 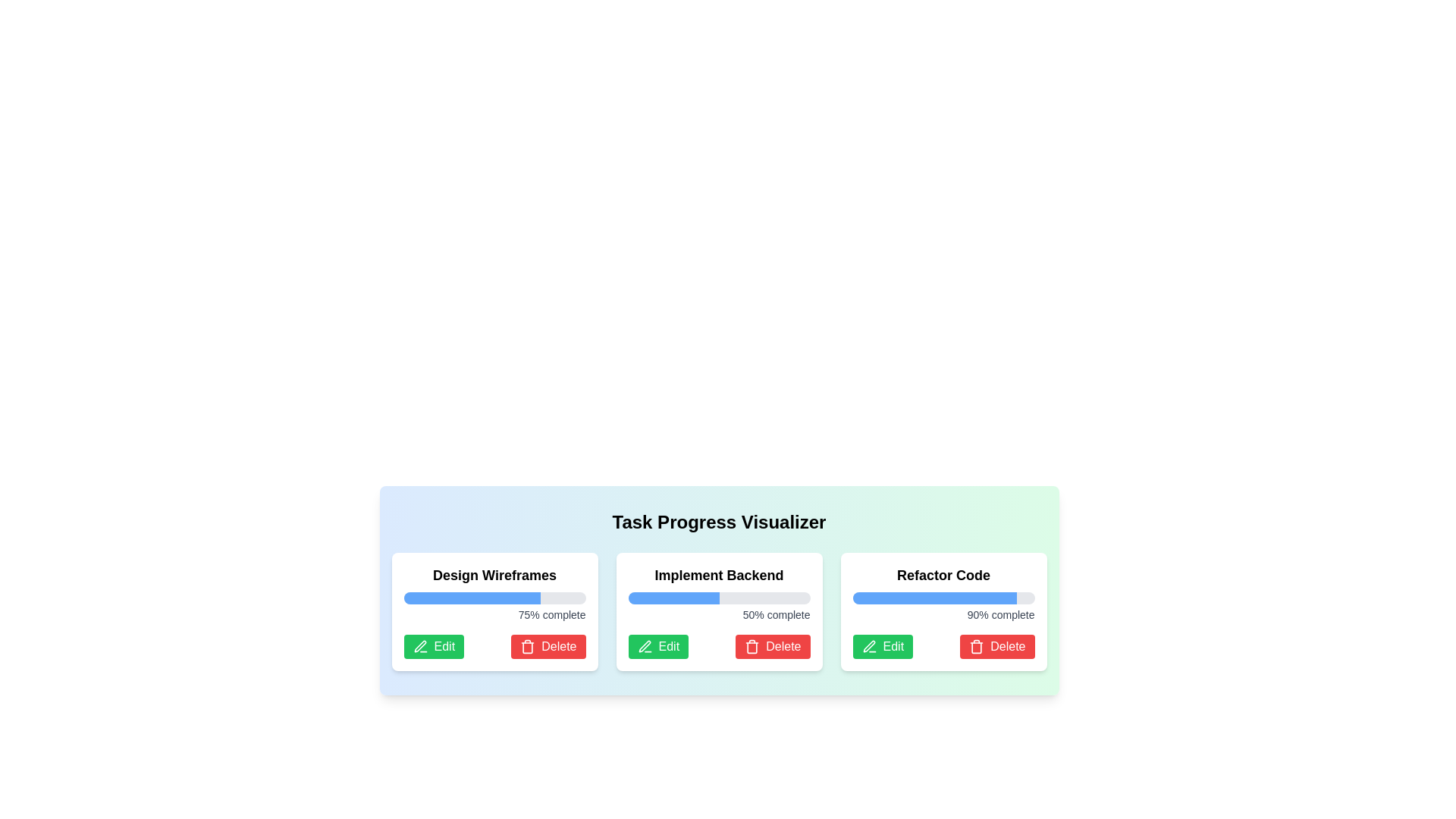 What do you see at coordinates (908, 598) in the screenshot?
I see `the progress` at bounding box center [908, 598].